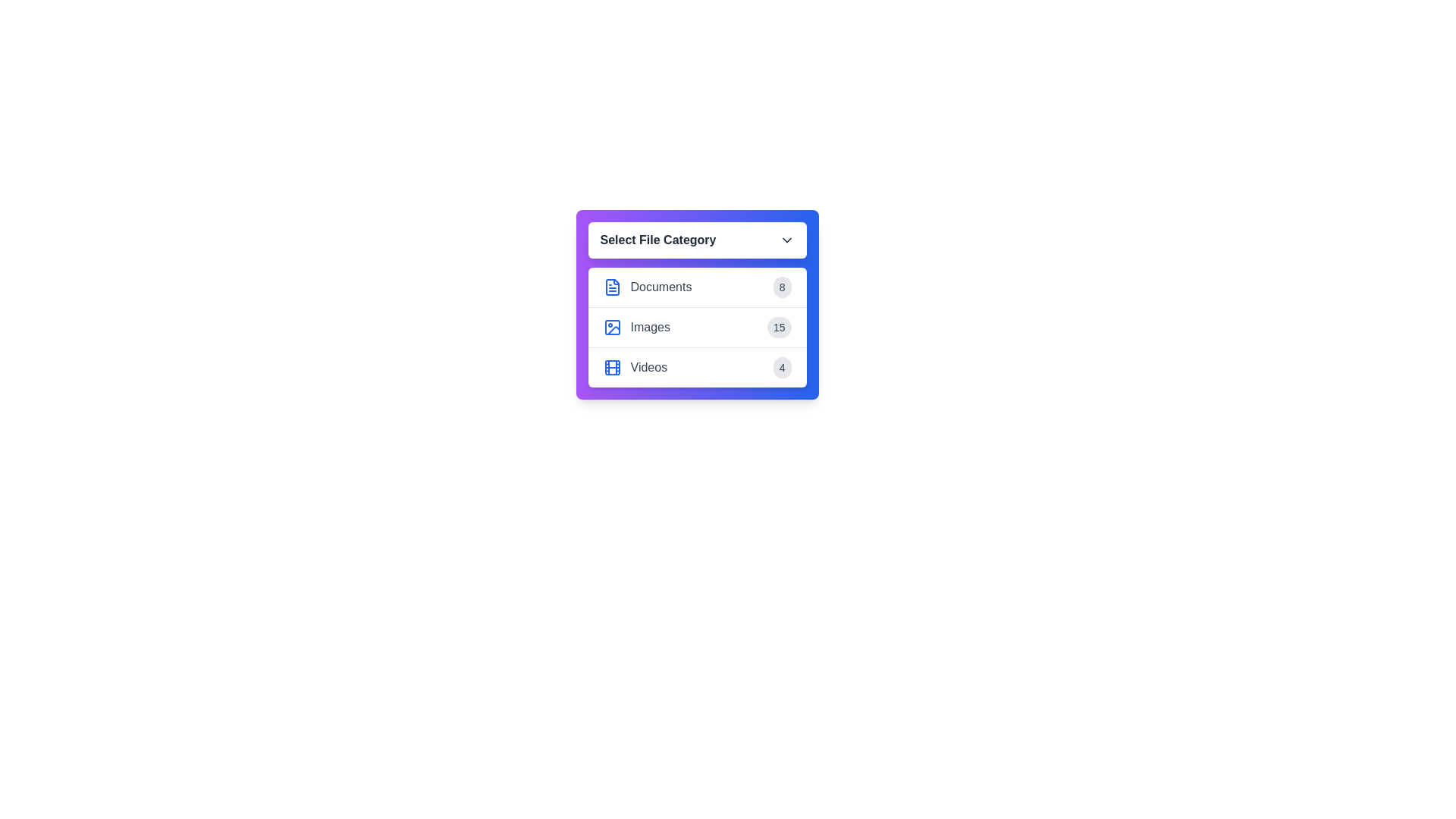  Describe the element at coordinates (648, 368) in the screenshot. I see `'Videos' category label located as the third option in the 'Select File Category' dropdown, positioned to the right of the video file icon` at that location.